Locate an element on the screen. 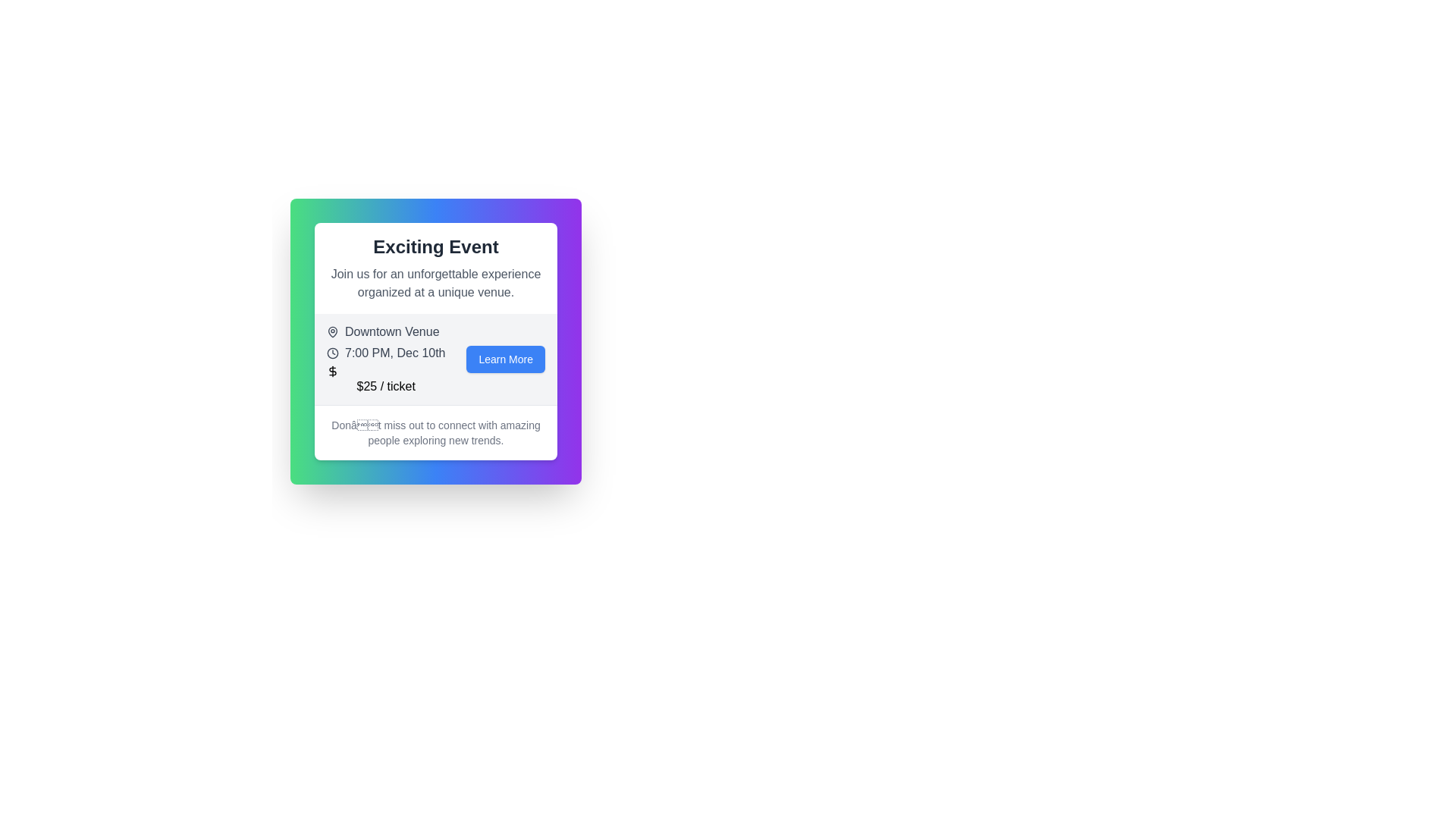 The width and height of the screenshot is (1456, 819). the bold text displaying 'Exciting Event' at the top of the information card is located at coordinates (435, 246).